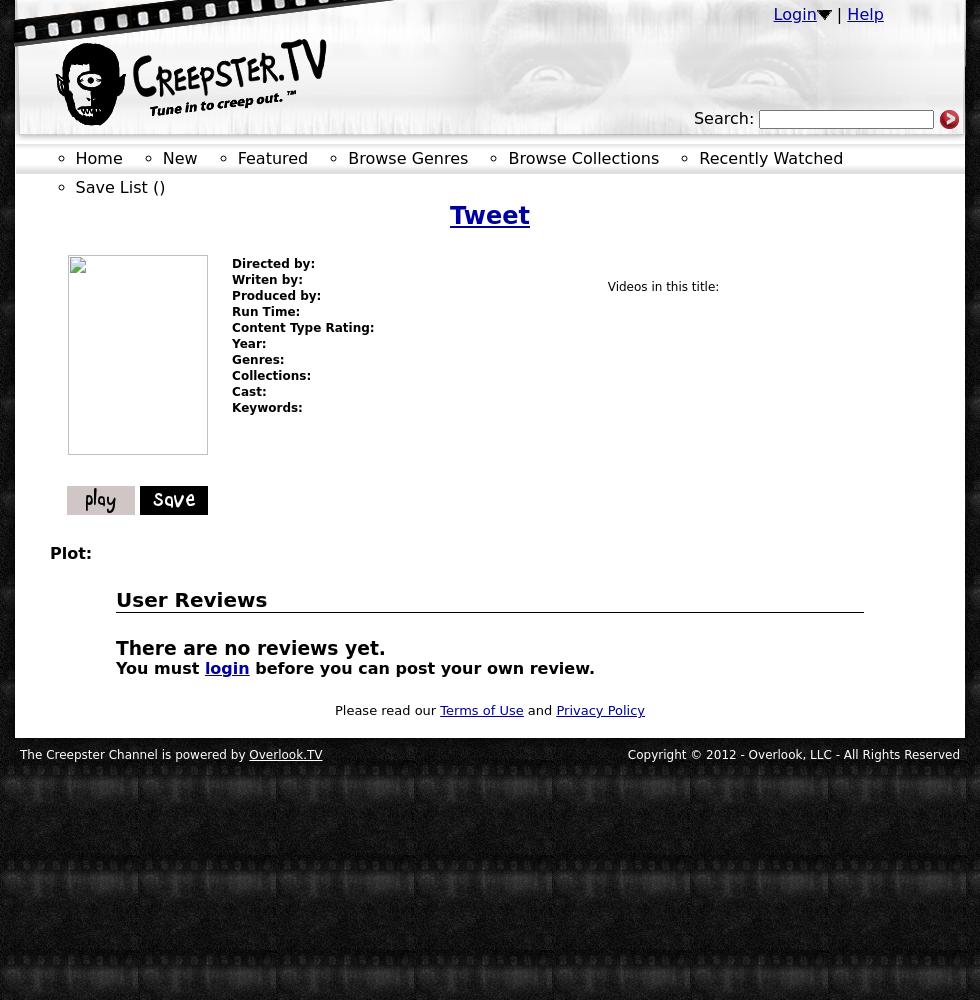 The width and height of the screenshot is (980, 1000). Describe the element at coordinates (539, 709) in the screenshot. I see `'and'` at that location.